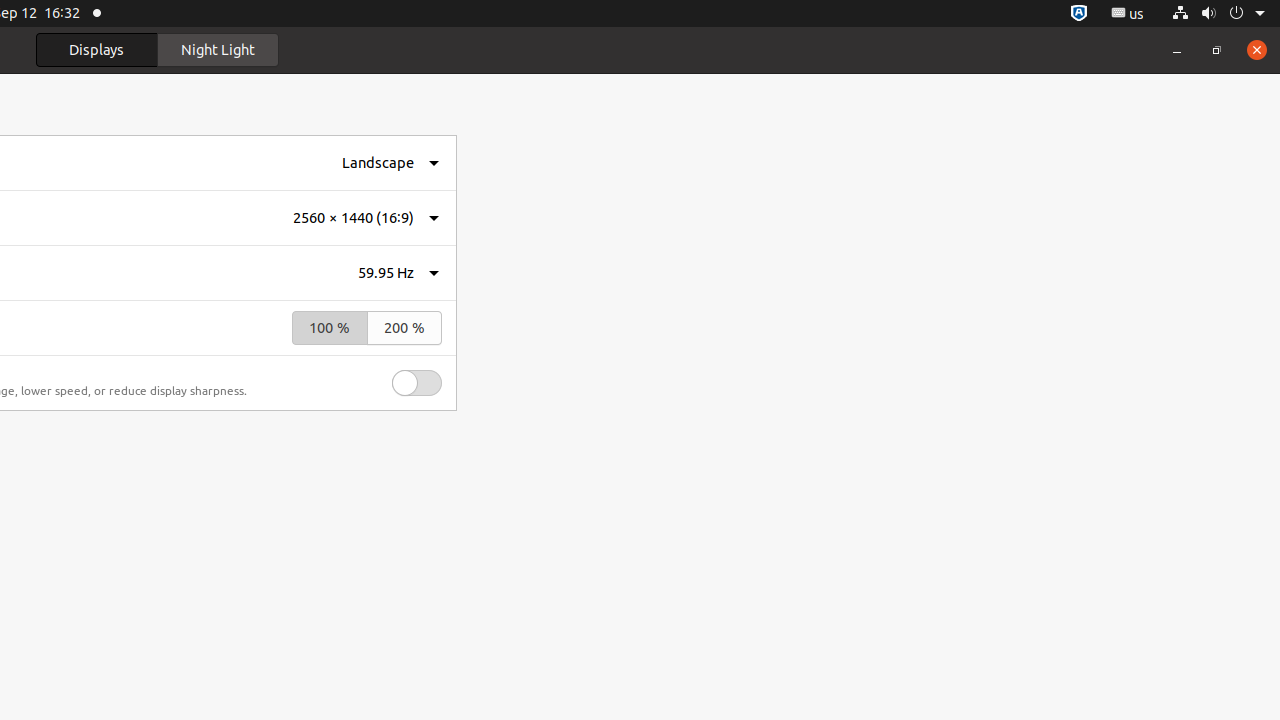 The width and height of the screenshot is (1280, 720). I want to click on '200 %', so click(403, 327).